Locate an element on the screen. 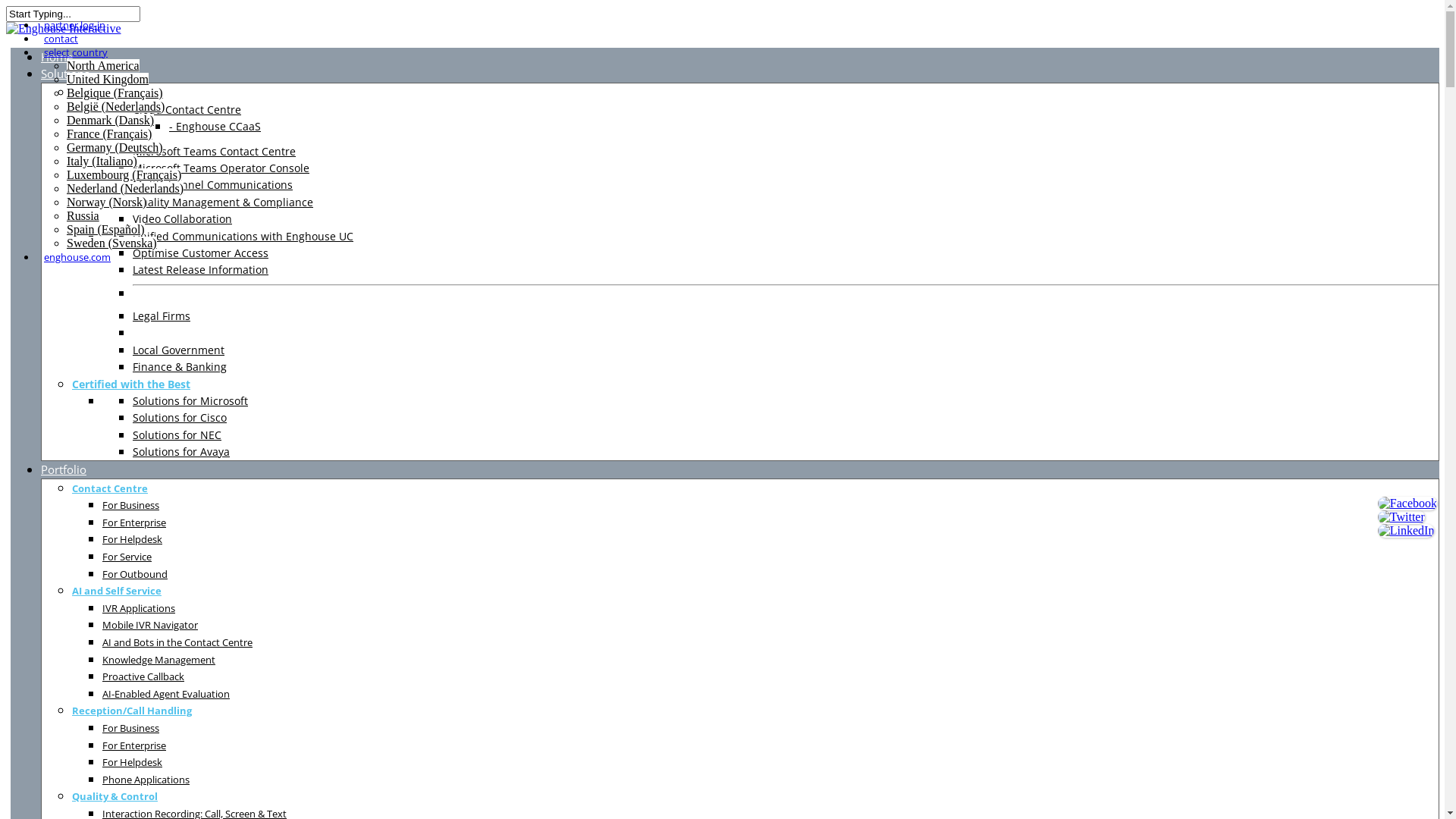 This screenshot has height=819, width=1456. 'Portfolio' is located at coordinates (62, 468).